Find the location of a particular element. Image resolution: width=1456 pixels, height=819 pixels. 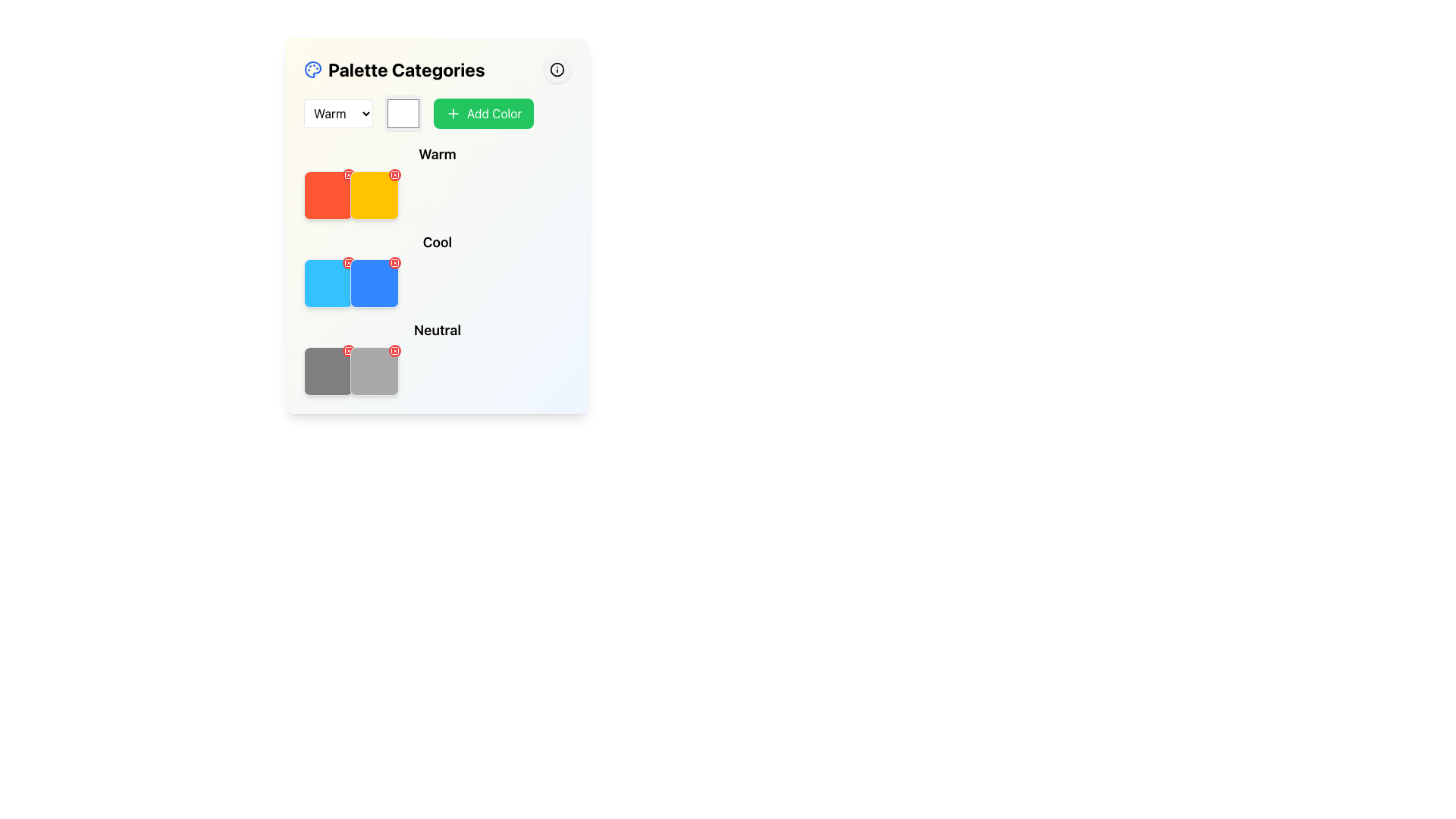

the palette icon, which is visually represented by a blue outline styled as an artist's palette with small circular indicators, located at the top-left corner of the 'Palette Categories' section is located at coordinates (312, 70).